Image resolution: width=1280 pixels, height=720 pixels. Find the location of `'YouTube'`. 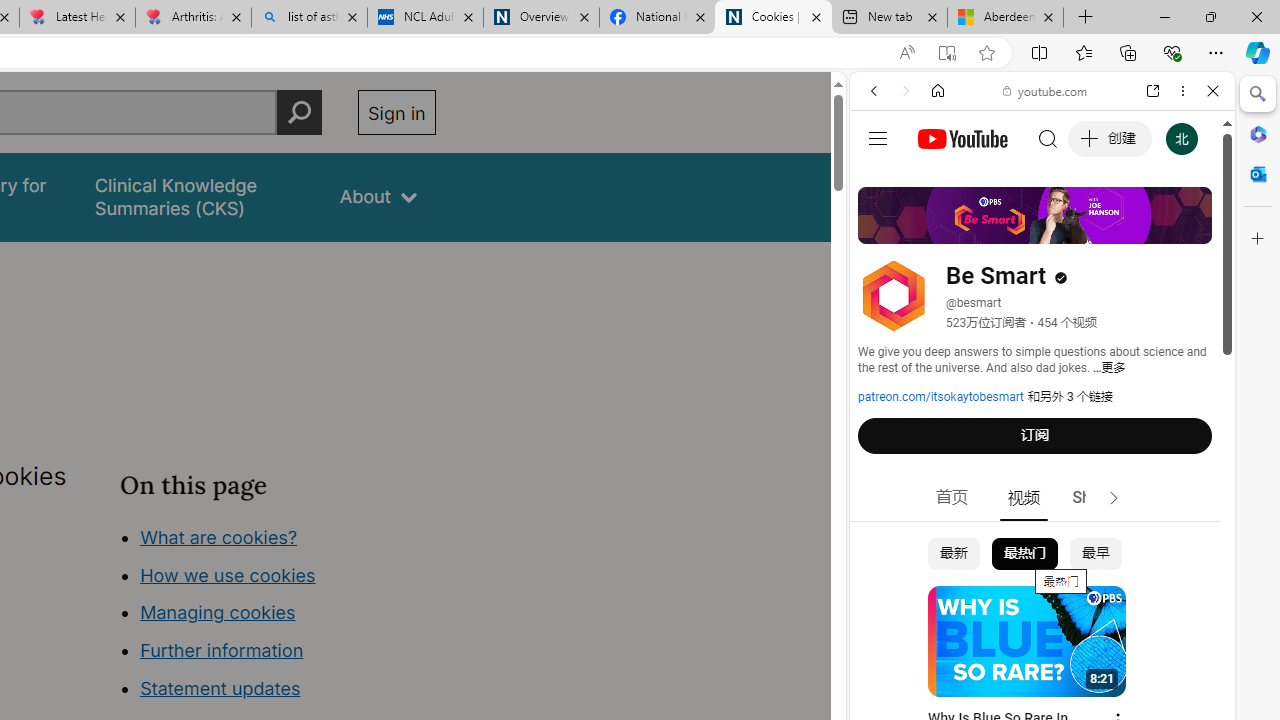

'YouTube' is located at coordinates (1034, 297).